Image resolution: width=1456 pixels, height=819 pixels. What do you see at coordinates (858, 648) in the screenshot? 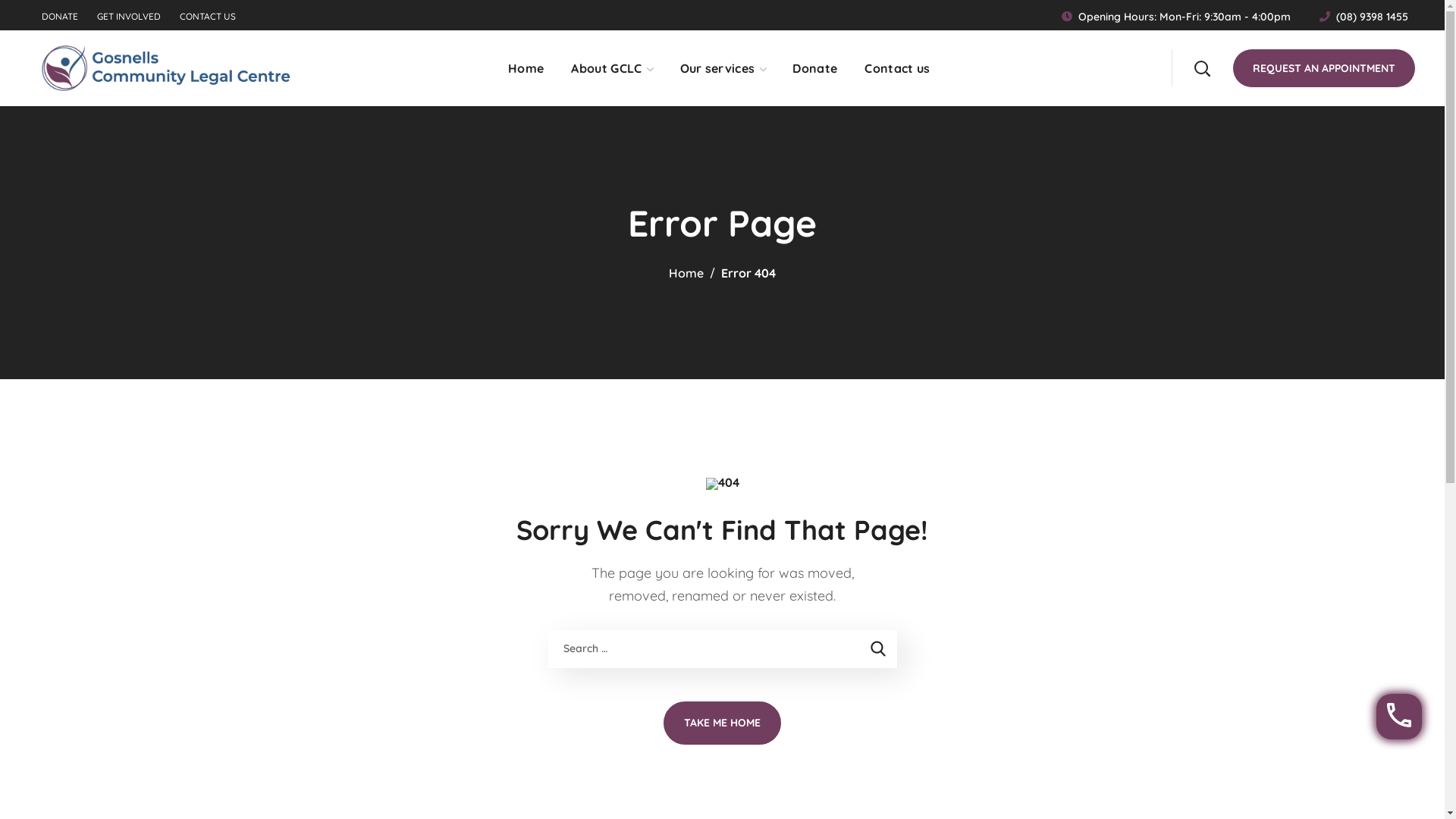
I see `'Search'` at bounding box center [858, 648].